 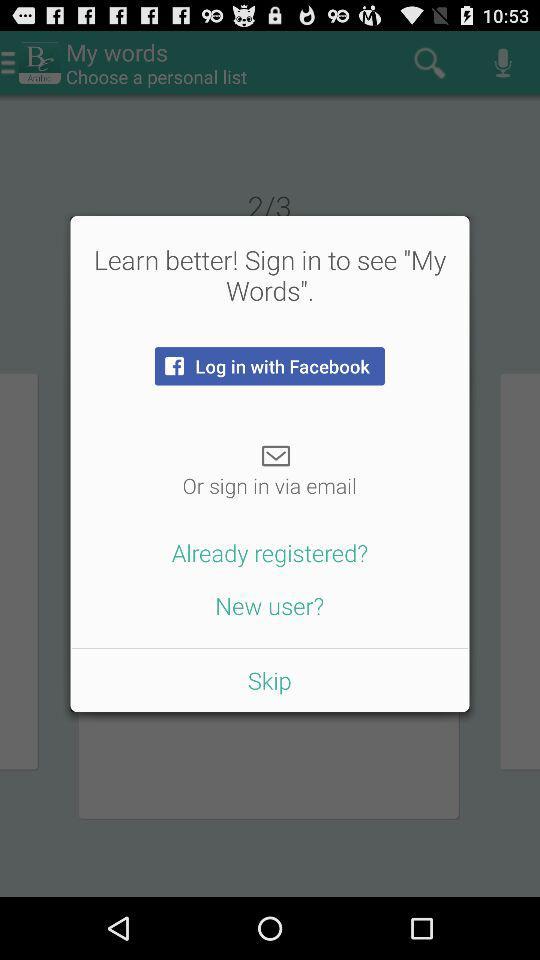 What do you see at coordinates (269, 365) in the screenshot?
I see `the item below the learn better sign item` at bounding box center [269, 365].